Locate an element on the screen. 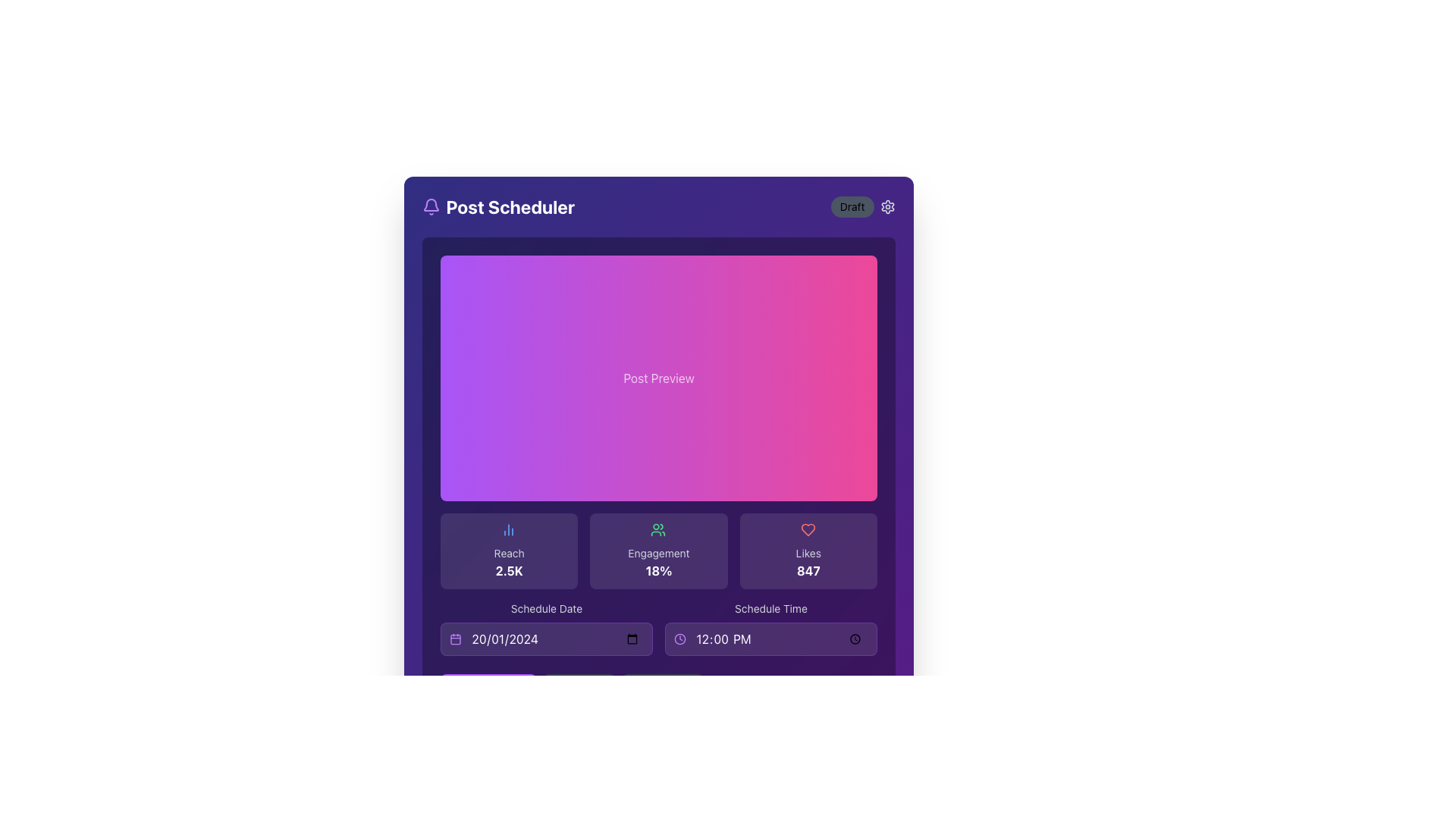 This screenshot has height=819, width=1456. the green user figures icon above the 'Engagement' text and '18%' percentage in the second card from the left in the bottom row of the interface is located at coordinates (658, 529).